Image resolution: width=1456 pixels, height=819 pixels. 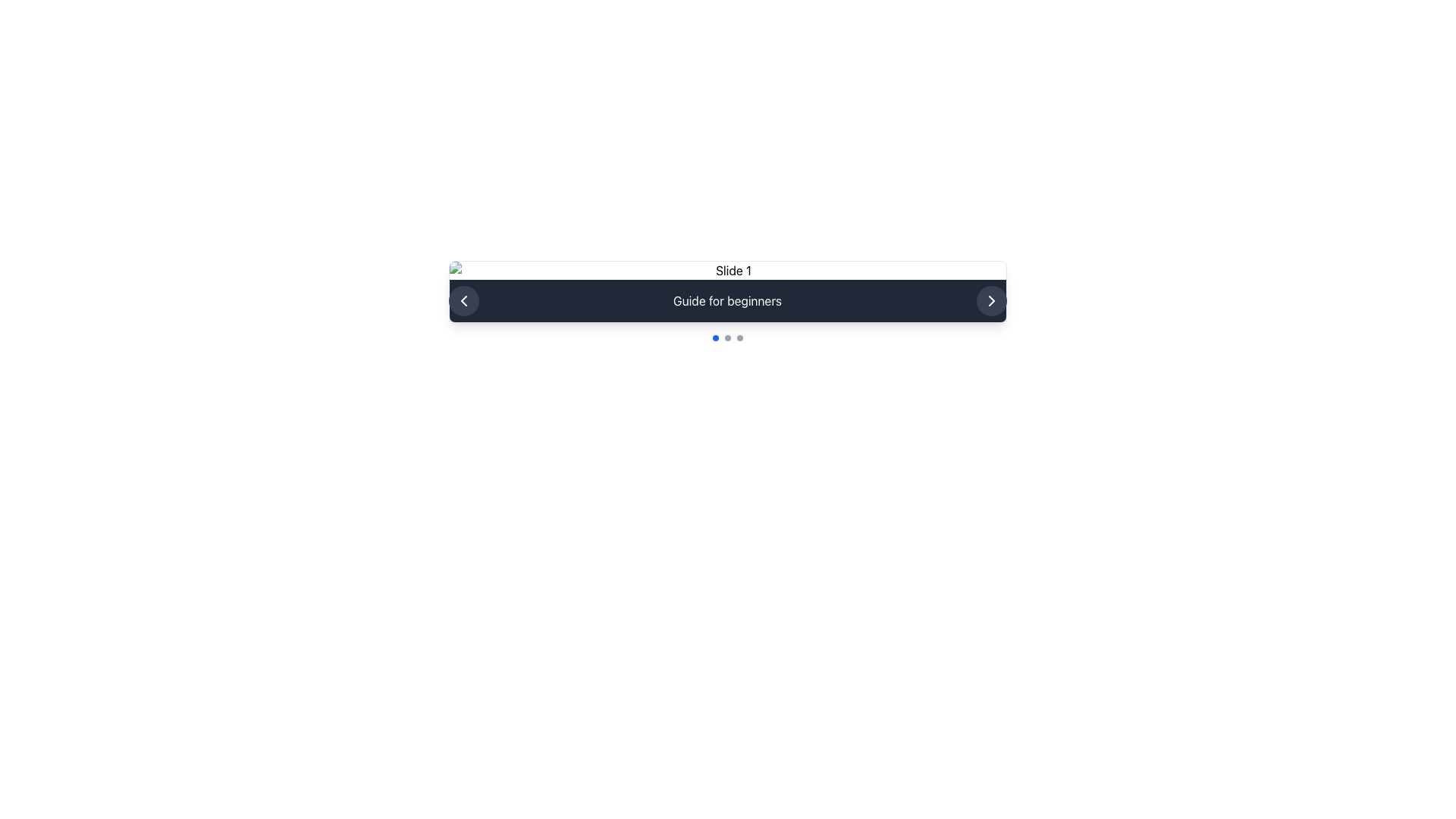 I want to click on the text label reading 'Guide for beginners' which is centered in a dark background within the navigation bar, so click(x=726, y=301).